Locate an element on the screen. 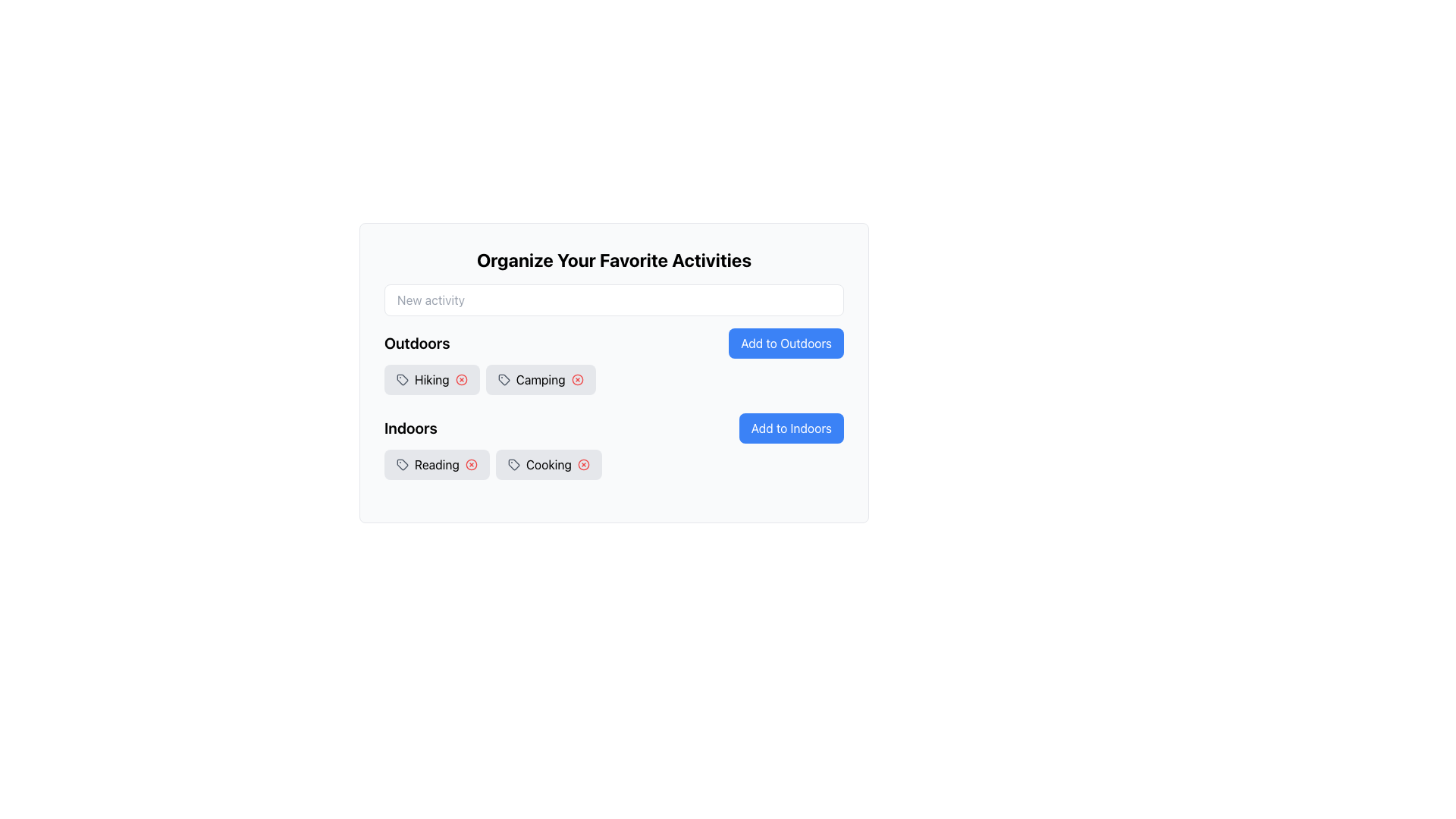 This screenshot has width=1456, height=819. the circular red bordered icon with a red 'x' inside, located next to the word 'Camping' is located at coordinates (576, 379).